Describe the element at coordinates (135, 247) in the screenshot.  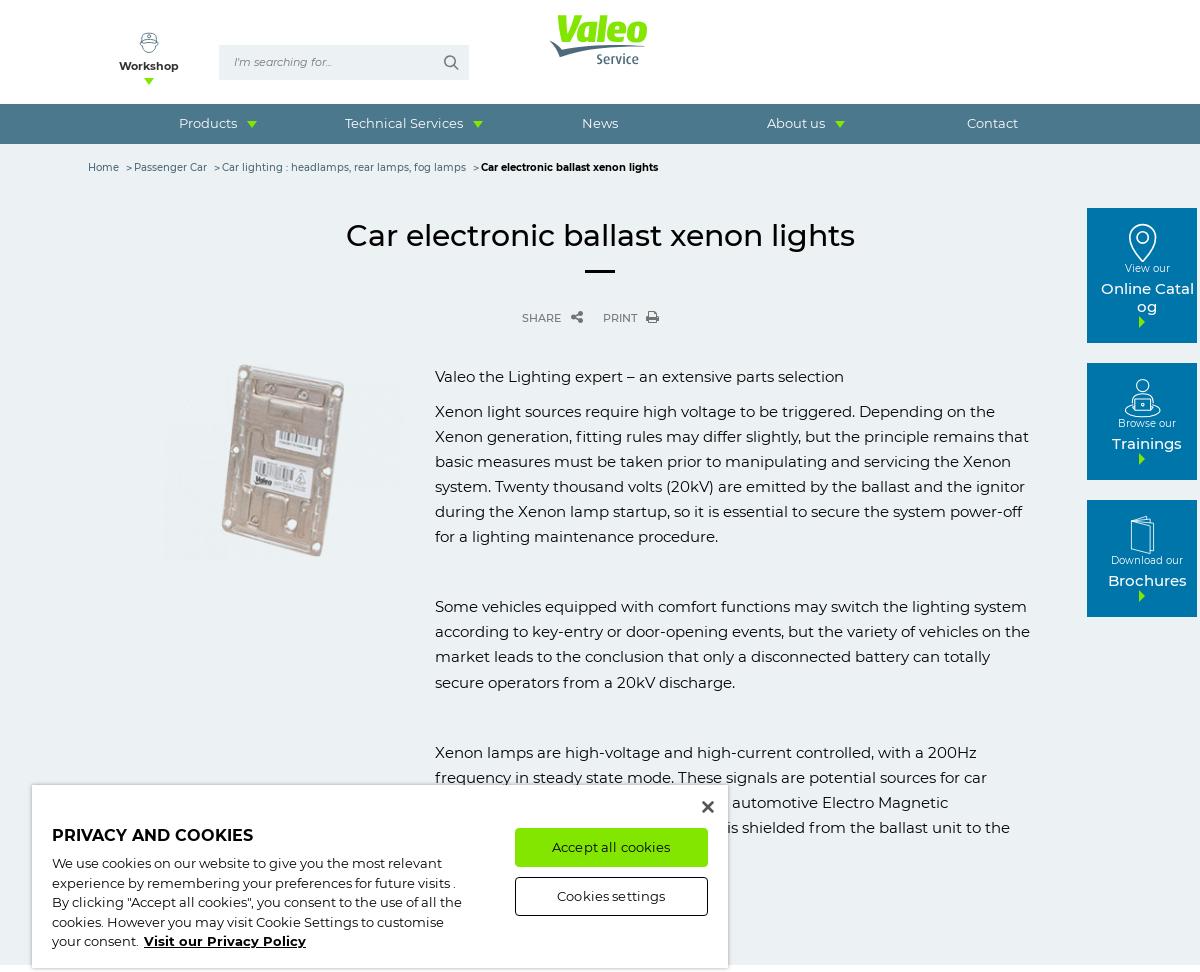
I see `'MSDS - Material Safety Data Sheets'` at that location.